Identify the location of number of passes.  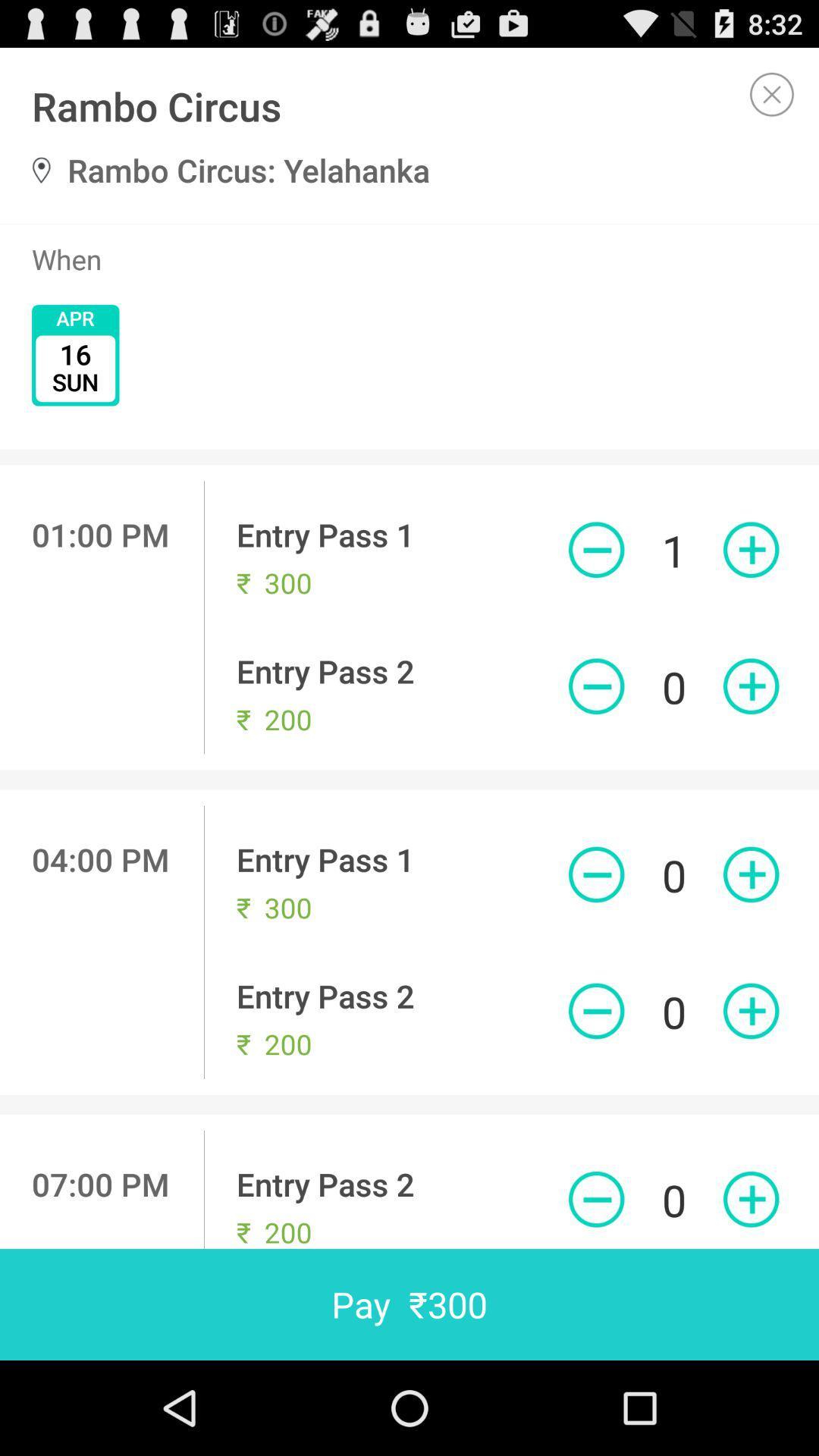
(595, 549).